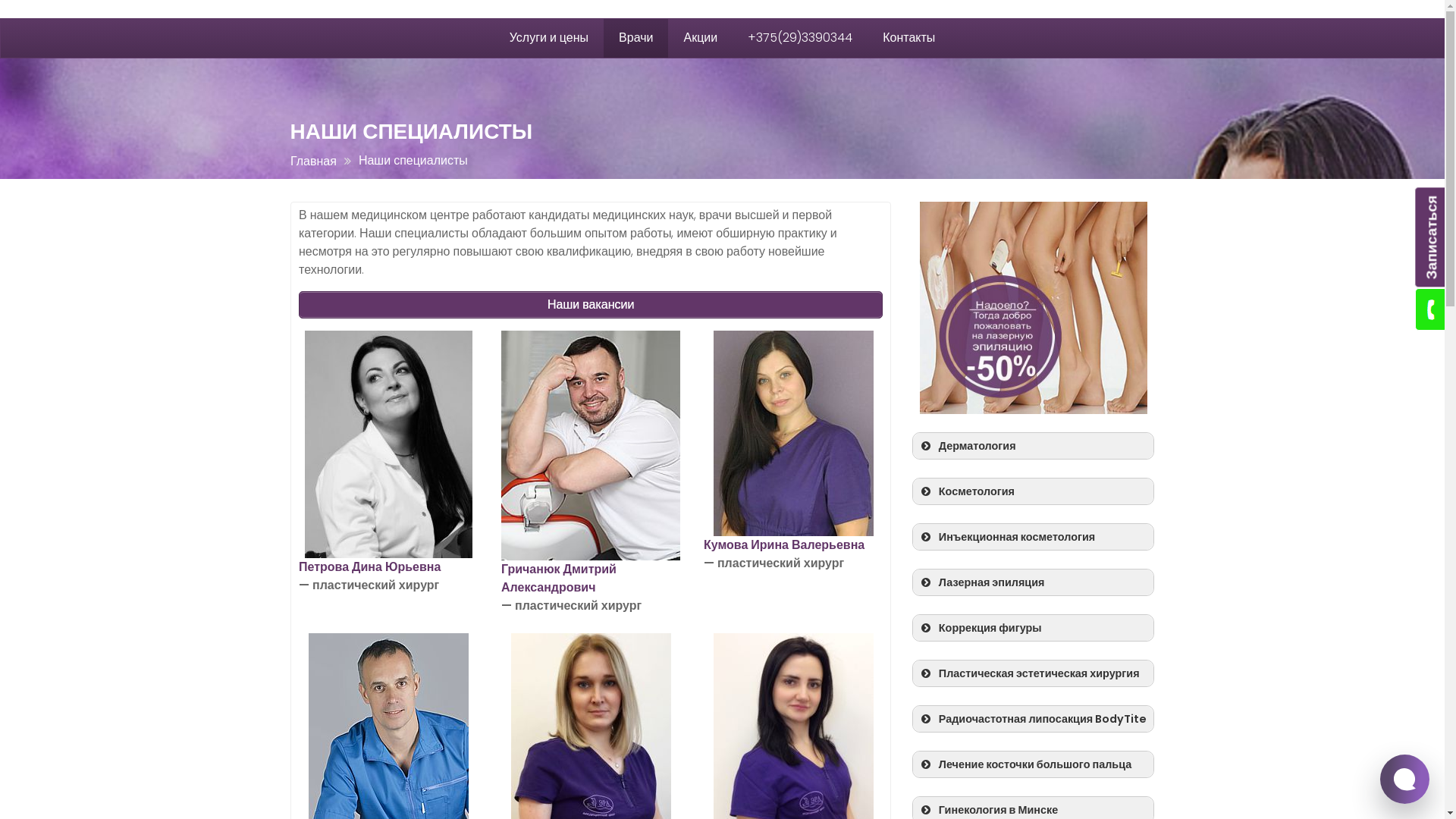 This screenshot has width=1456, height=819. What do you see at coordinates (799, 37) in the screenshot?
I see `'+375(29)3390344'` at bounding box center [799, 37].